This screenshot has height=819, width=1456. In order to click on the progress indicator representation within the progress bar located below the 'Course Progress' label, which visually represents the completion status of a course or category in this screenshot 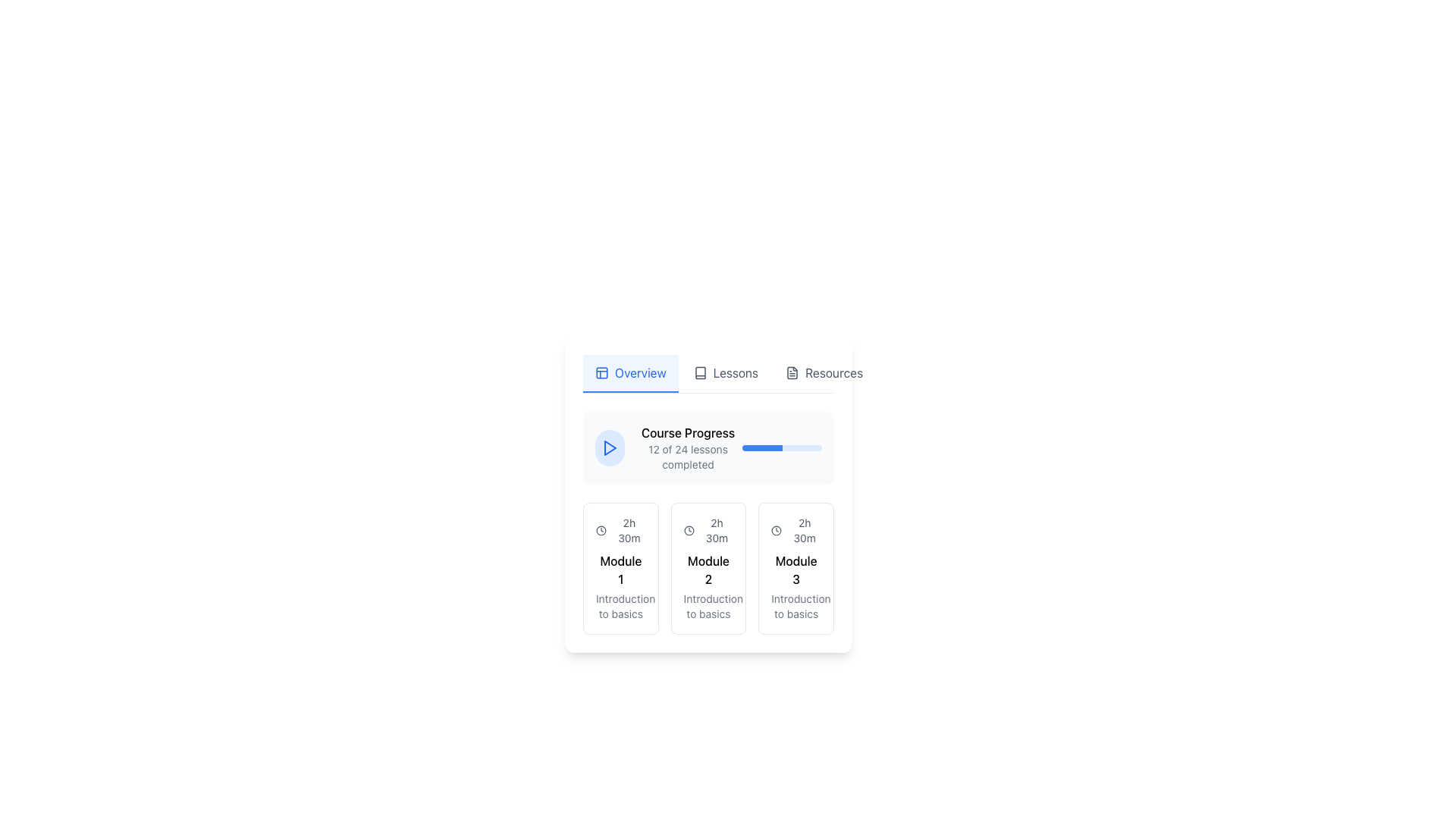, I will do `click(762, 447)`.